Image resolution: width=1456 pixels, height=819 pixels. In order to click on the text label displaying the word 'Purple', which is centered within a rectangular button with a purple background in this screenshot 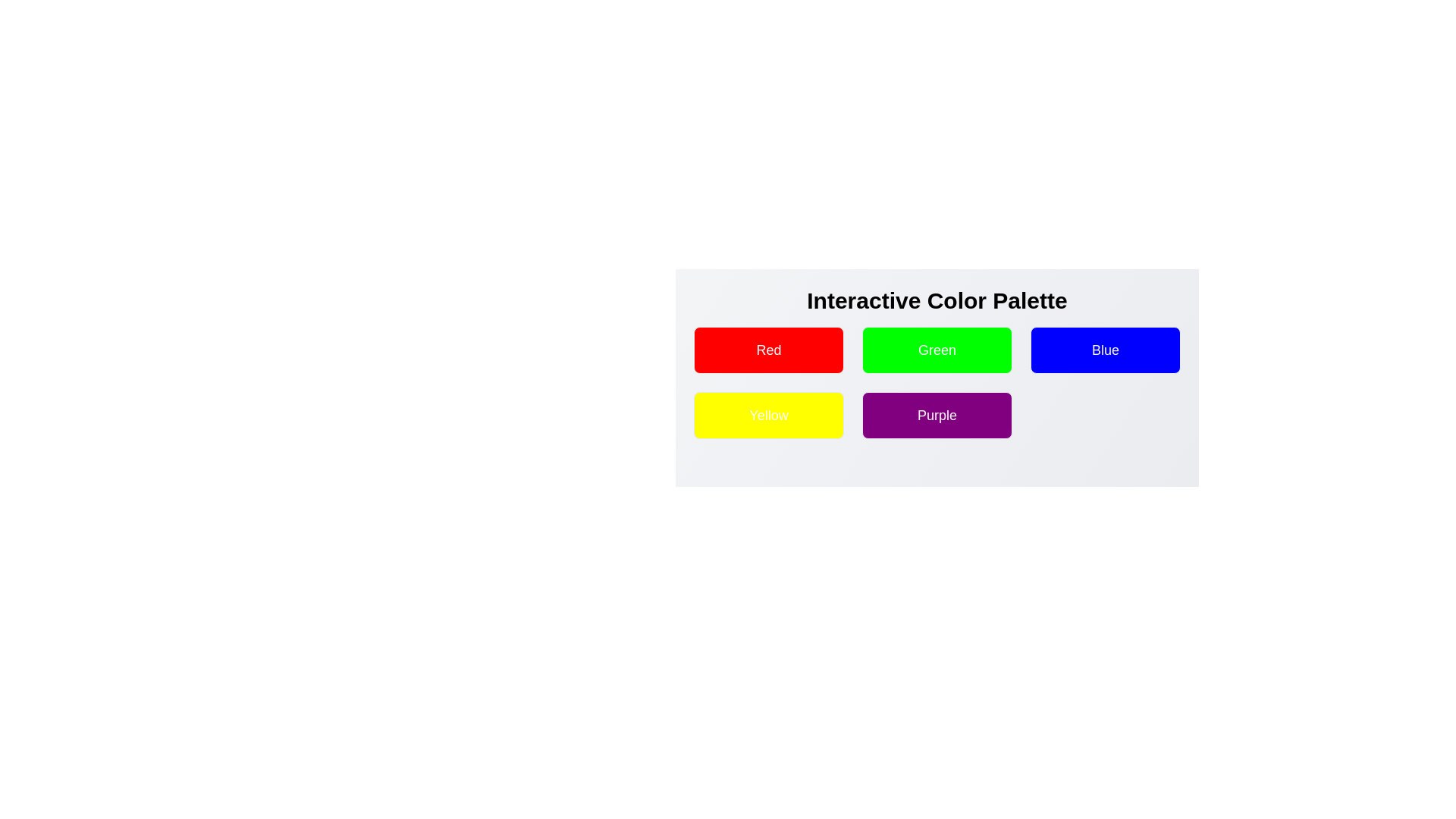, I will do `click(937, 415)`.